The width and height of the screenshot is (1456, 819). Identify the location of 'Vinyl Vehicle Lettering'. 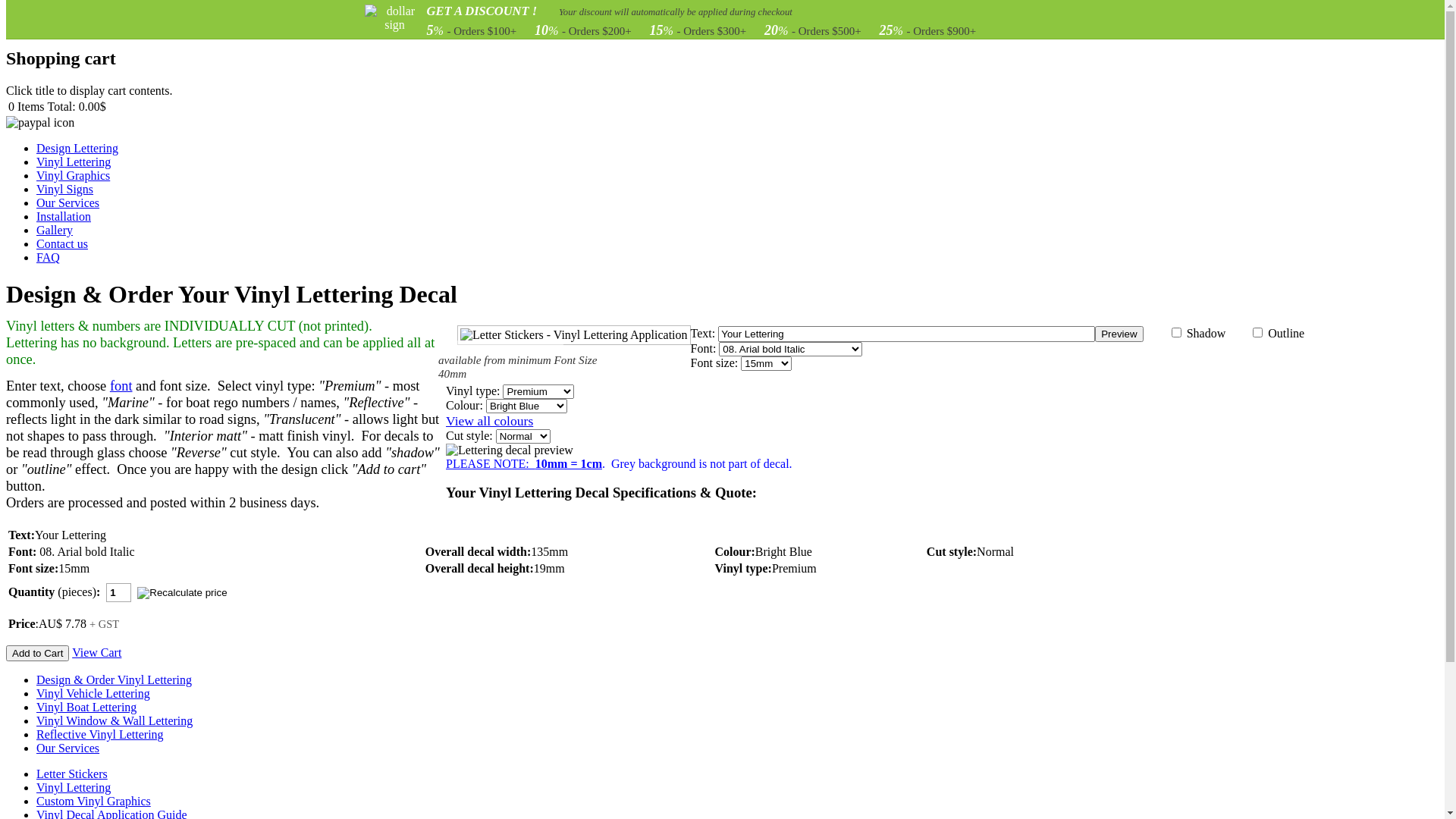
(93, 693).